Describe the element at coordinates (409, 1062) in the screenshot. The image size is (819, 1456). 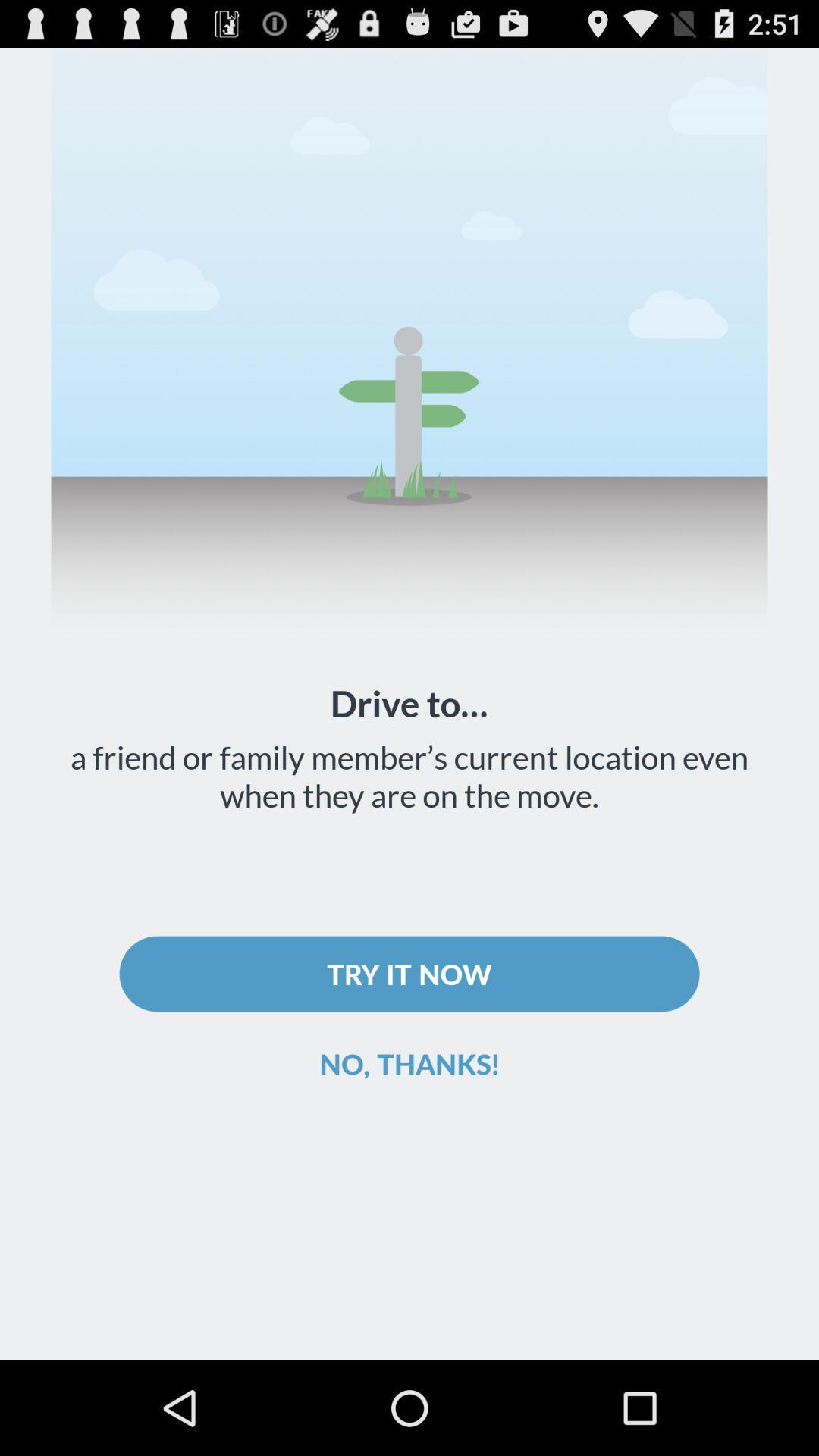
I see `the no, thanks!` at that location.